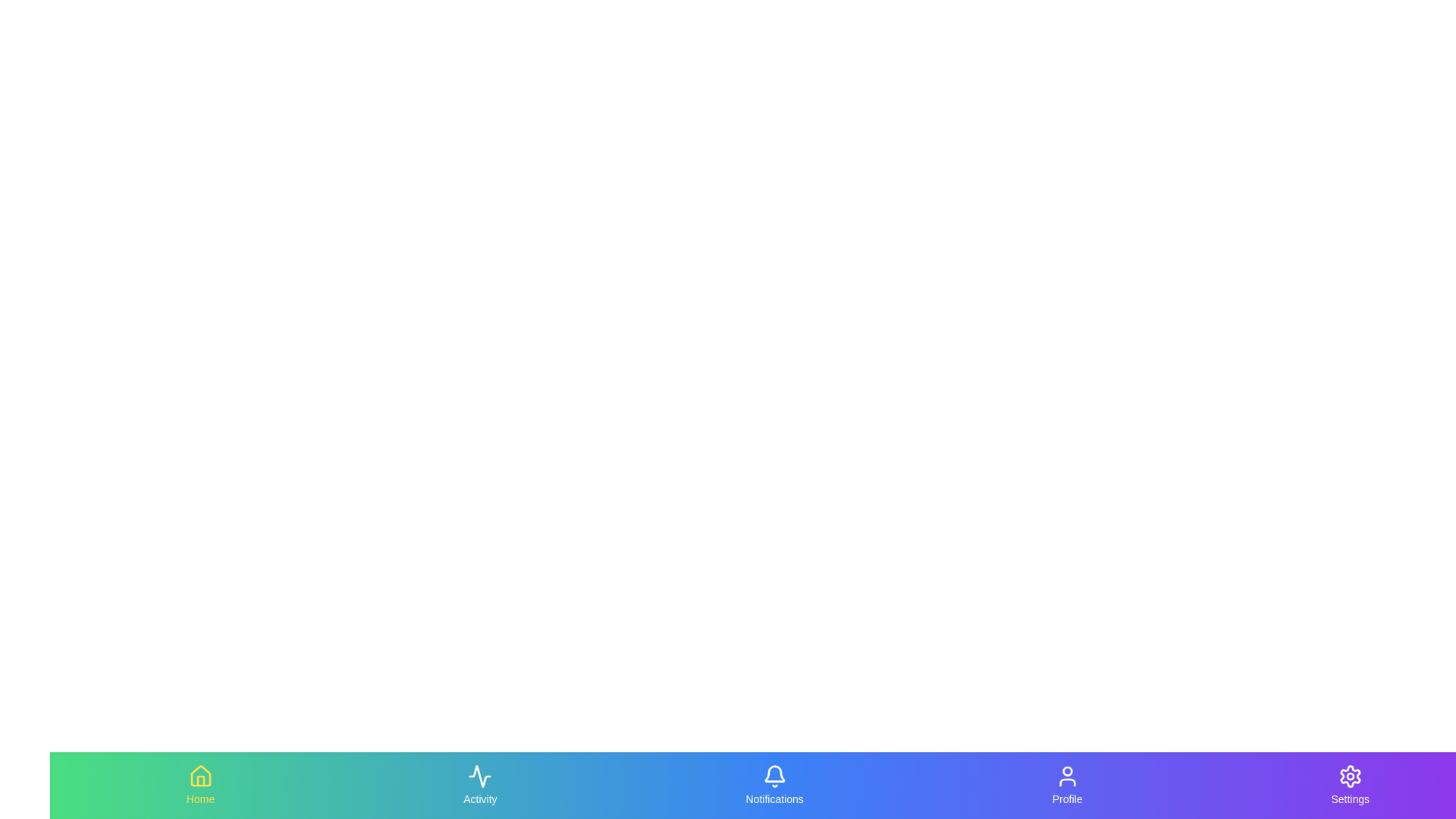 This screenshot has height=819, width=1456. Describe the element at coordinates (1066, 785) in the screenshot. I see `the navigation tab labeled Profile to see the hover effect` at that location.